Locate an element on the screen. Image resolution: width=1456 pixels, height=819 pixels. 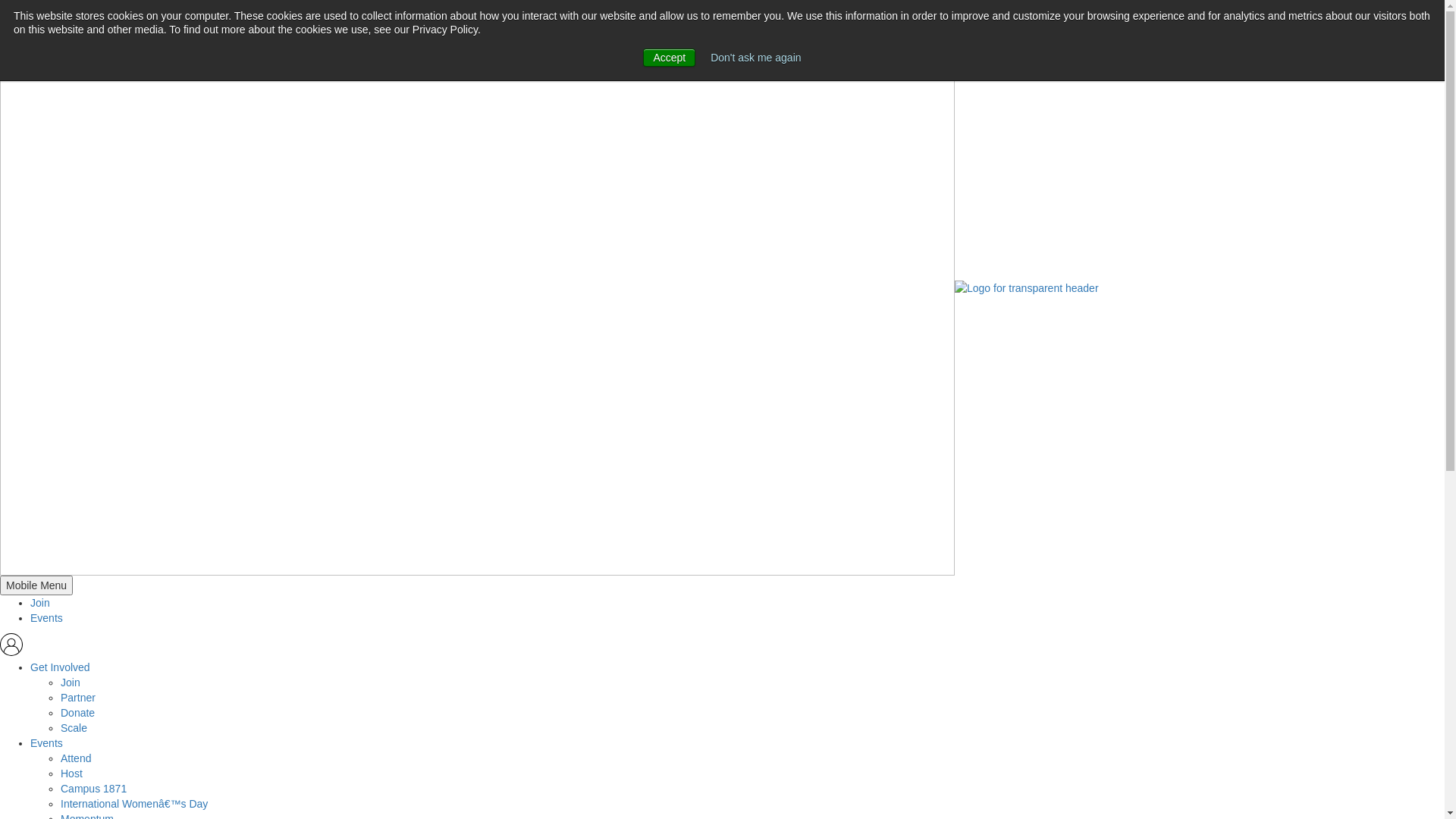
'Get Involved' is located at coordinates (60, 666).